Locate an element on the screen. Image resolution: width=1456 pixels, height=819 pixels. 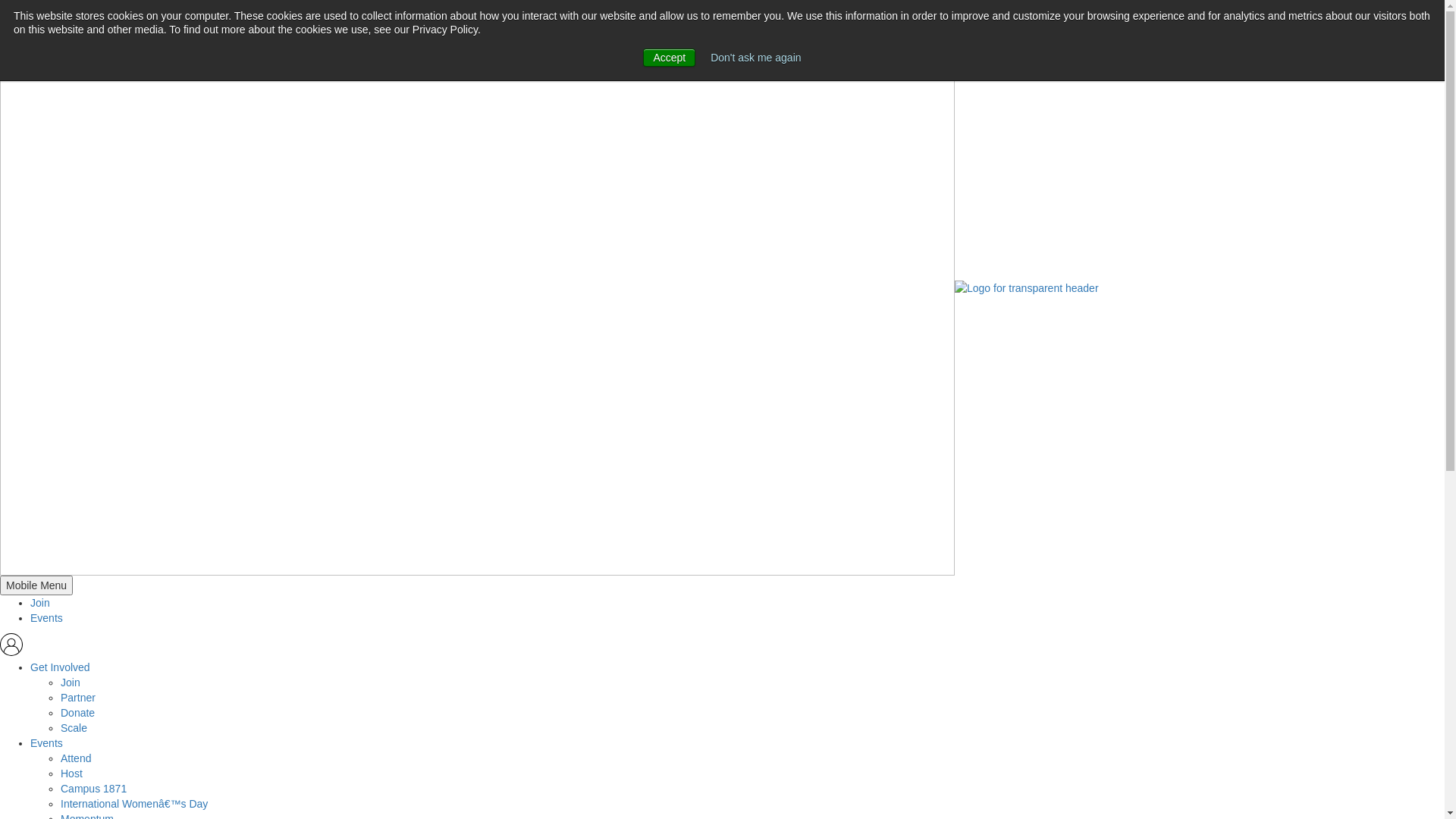
'Get Involved' is located at coordinates (60, 666).